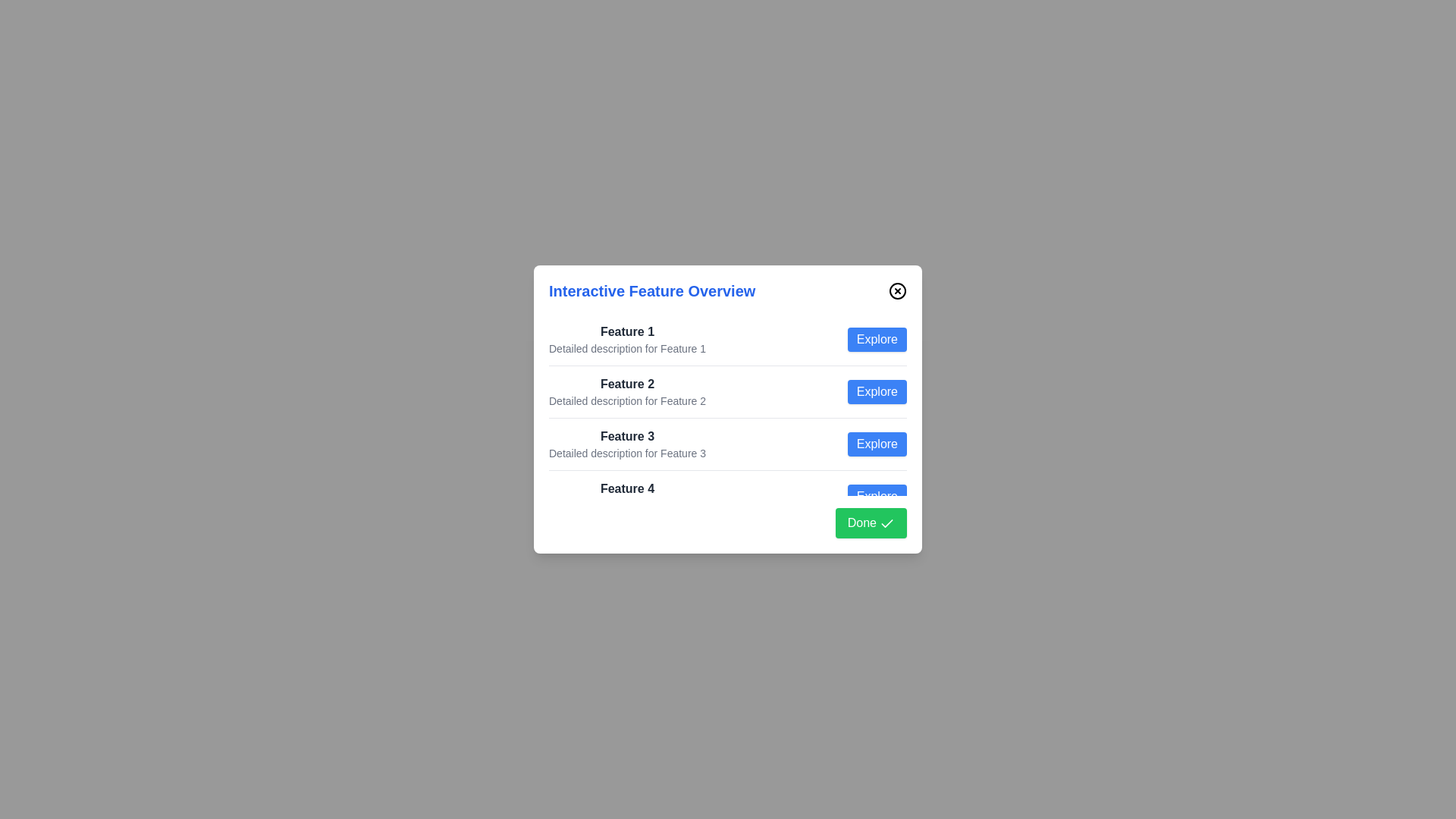 The width and height of the screenshot is (1456, 819). Describe the element at coordinates (877, 338) in the screenshot. I see `the 'Explore' button for feature 1` at that location.